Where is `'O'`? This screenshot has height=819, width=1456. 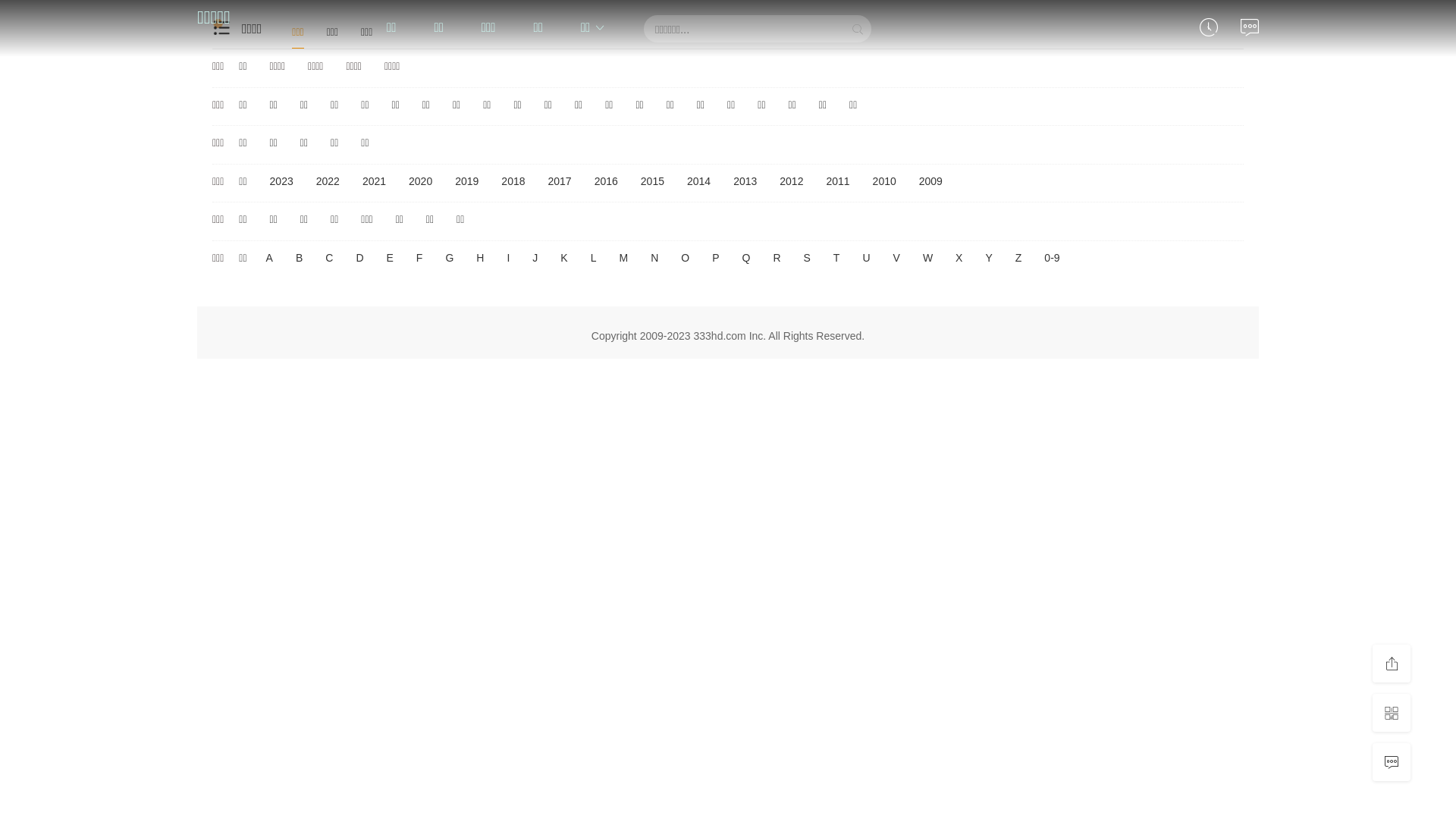
'O' is located at coordinates (676, 257).